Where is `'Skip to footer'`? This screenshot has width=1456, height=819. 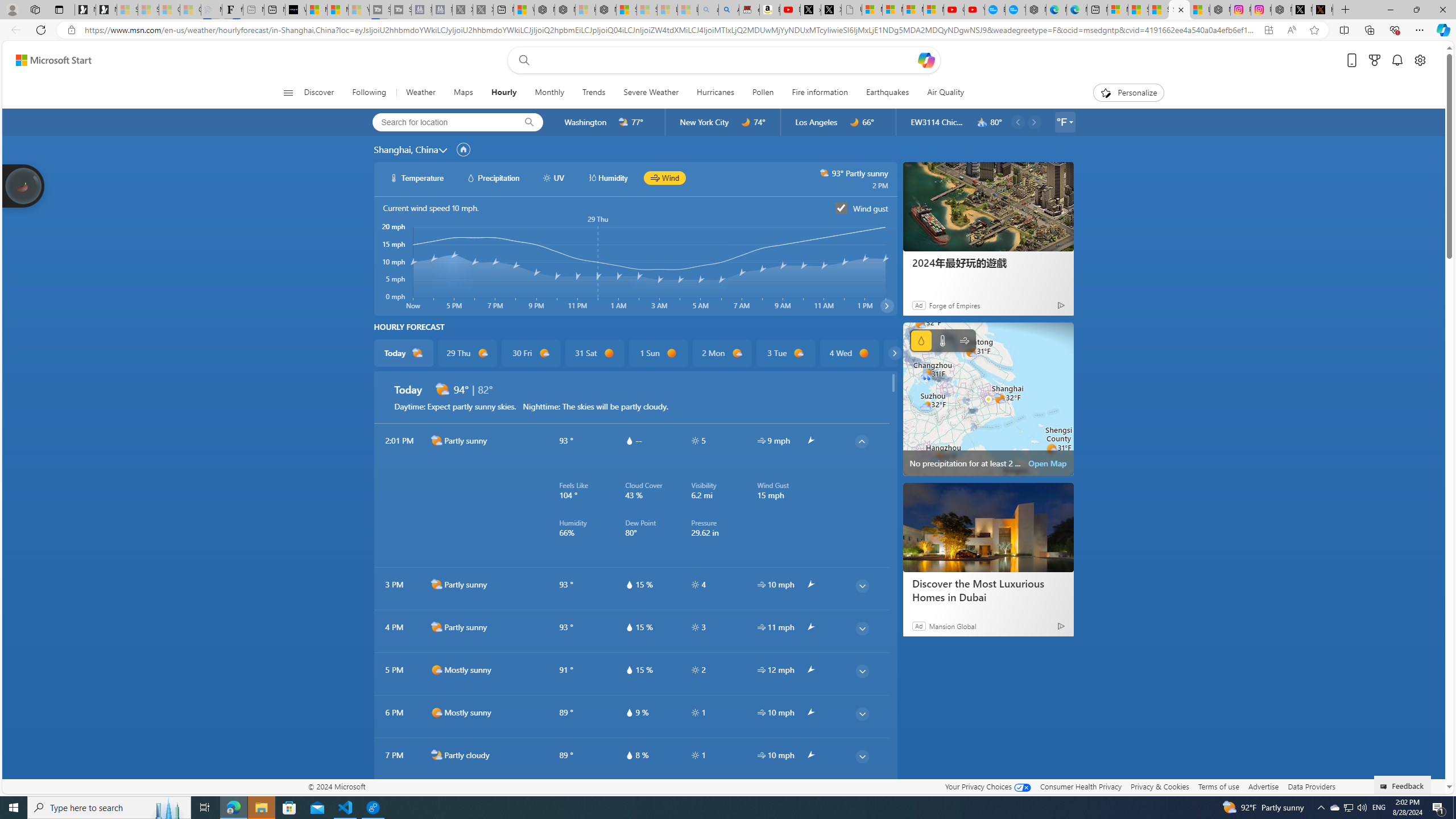 'Skip to footer' is located at coordinates (46, 59).